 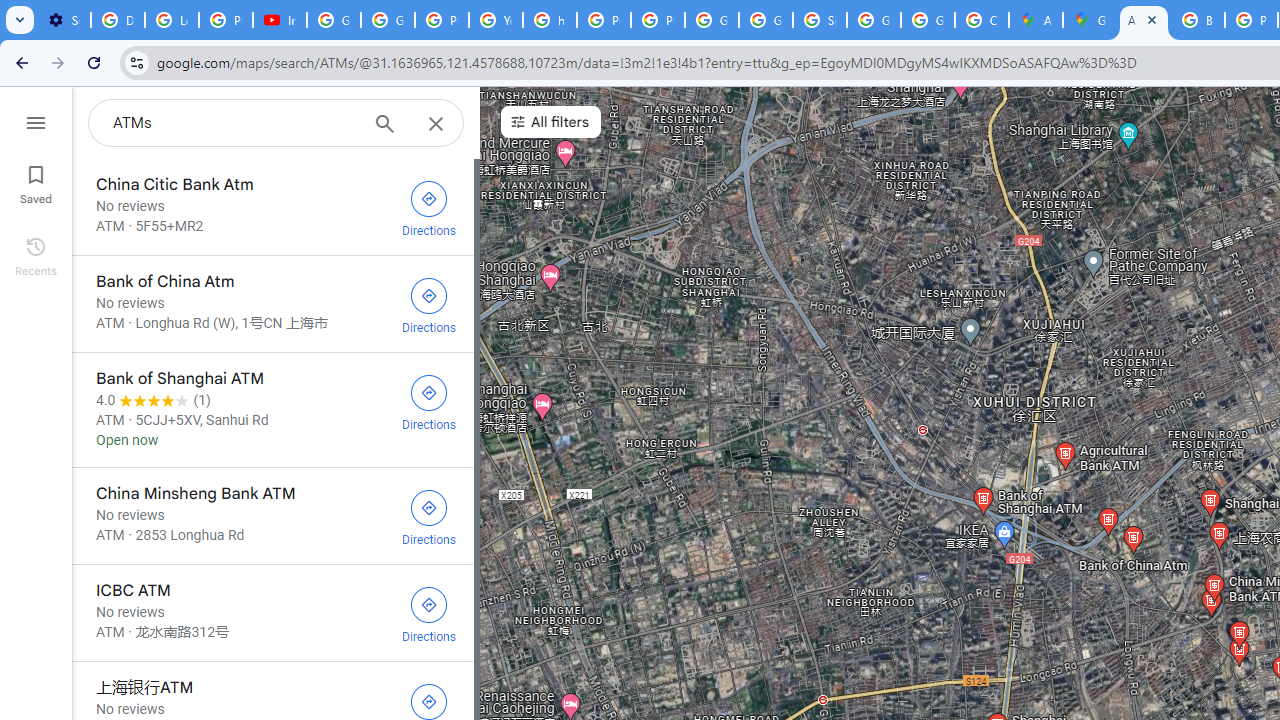 I want to click on 'Recents', so click(x=35, y=253).